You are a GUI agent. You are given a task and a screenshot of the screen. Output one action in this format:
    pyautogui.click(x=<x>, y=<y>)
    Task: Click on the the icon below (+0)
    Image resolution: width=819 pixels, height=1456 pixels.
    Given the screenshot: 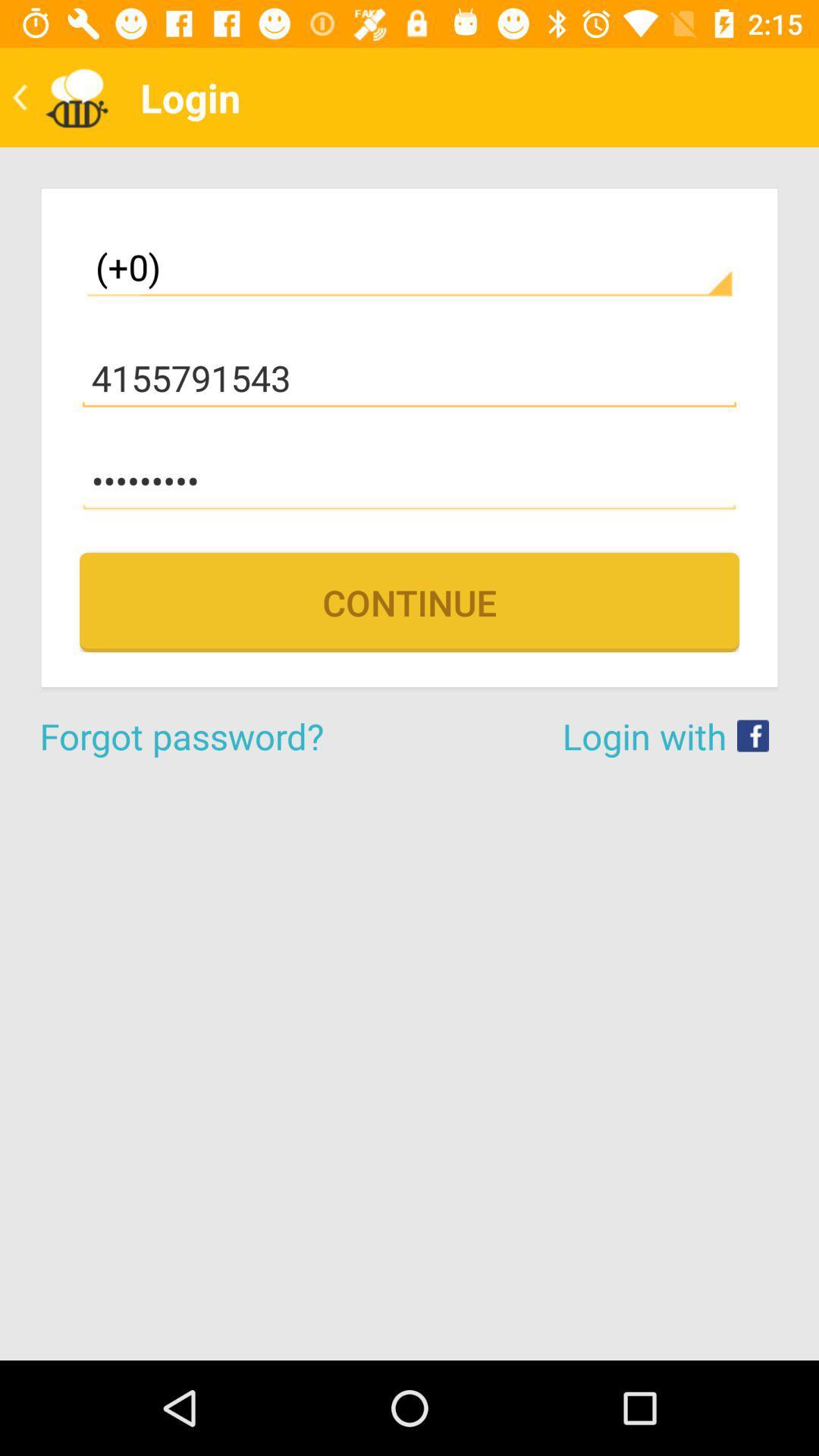 What is the action you would take?
    pyautogui.click(x=409, y=378)
    